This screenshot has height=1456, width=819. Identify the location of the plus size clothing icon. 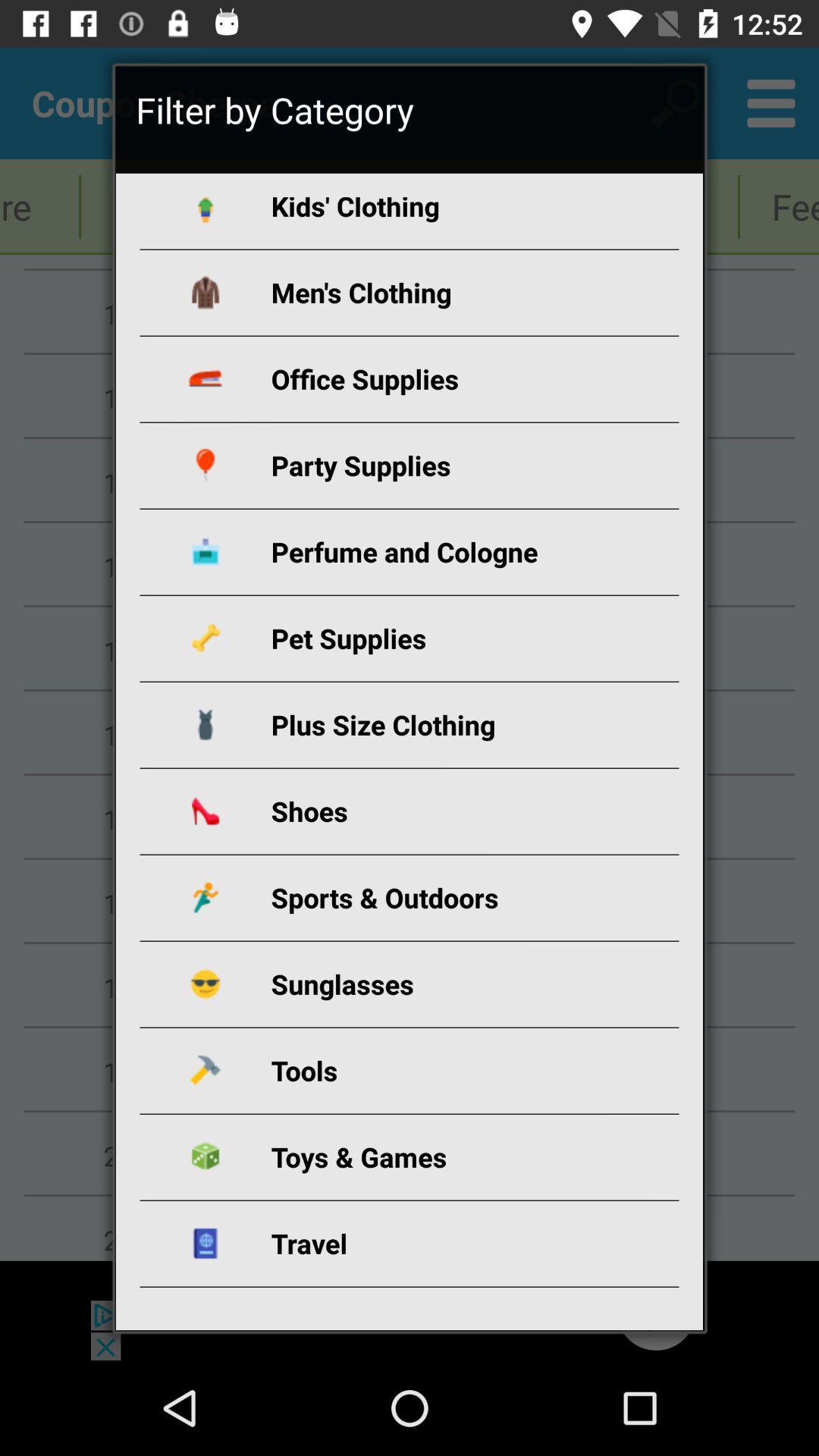
(427, 723).